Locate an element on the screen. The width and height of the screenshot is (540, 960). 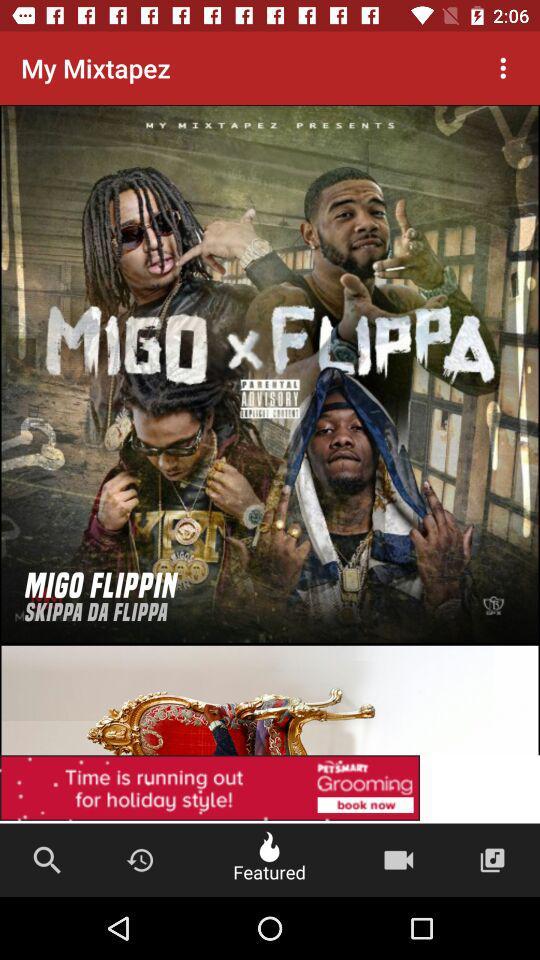
listen is located at coordinates (270, 373).